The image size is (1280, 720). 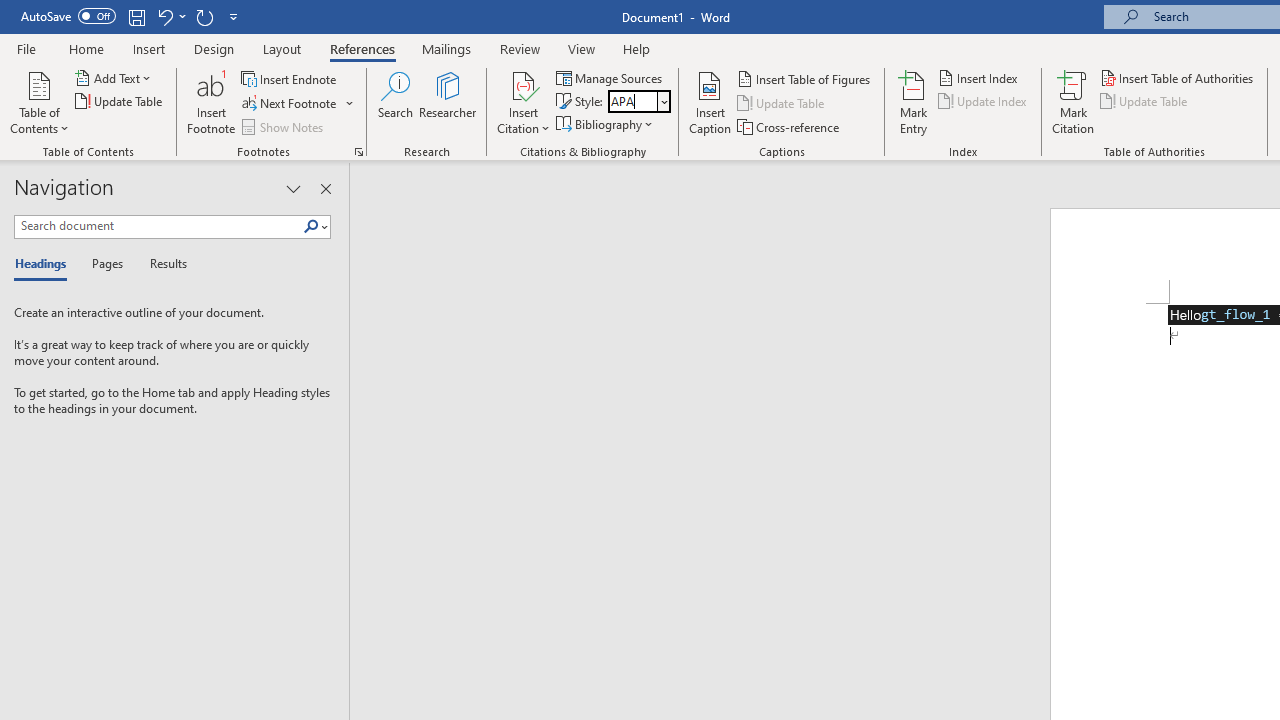 What do you see at coordinates (636, 48) in the screenshot?
I see `'Help'` at bounding box center [636, 48].